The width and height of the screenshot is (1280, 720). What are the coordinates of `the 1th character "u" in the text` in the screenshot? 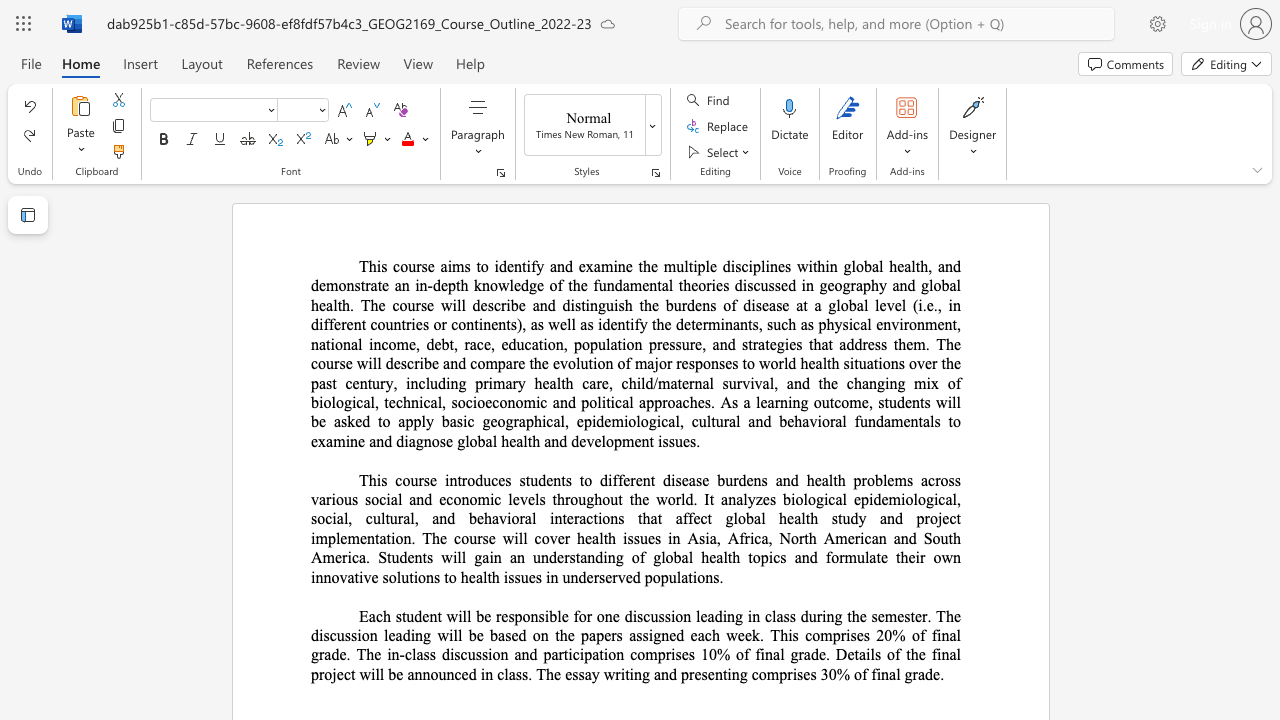 It's located at (672, 577).